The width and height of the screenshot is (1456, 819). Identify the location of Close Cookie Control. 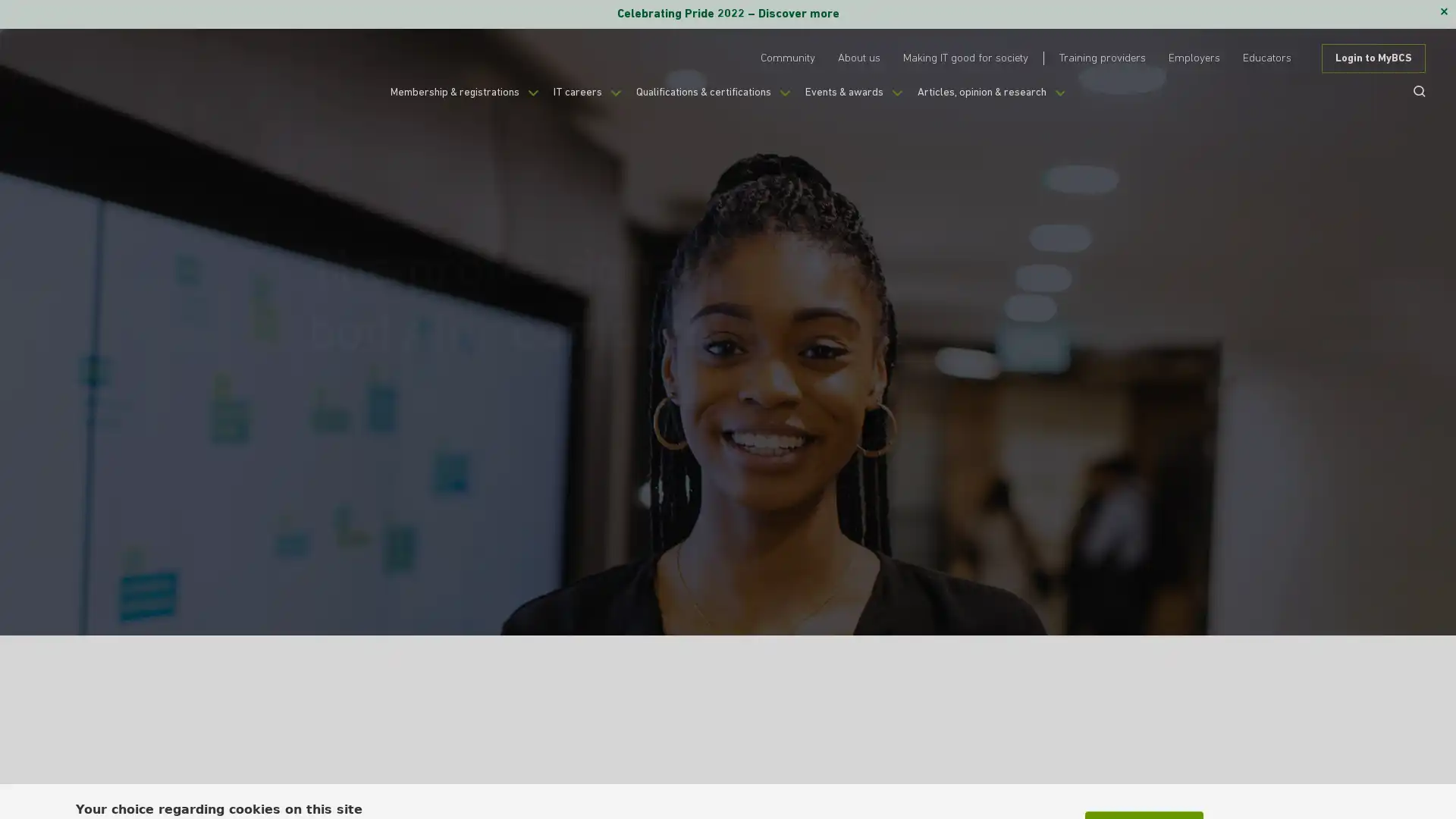
(1379, 769).